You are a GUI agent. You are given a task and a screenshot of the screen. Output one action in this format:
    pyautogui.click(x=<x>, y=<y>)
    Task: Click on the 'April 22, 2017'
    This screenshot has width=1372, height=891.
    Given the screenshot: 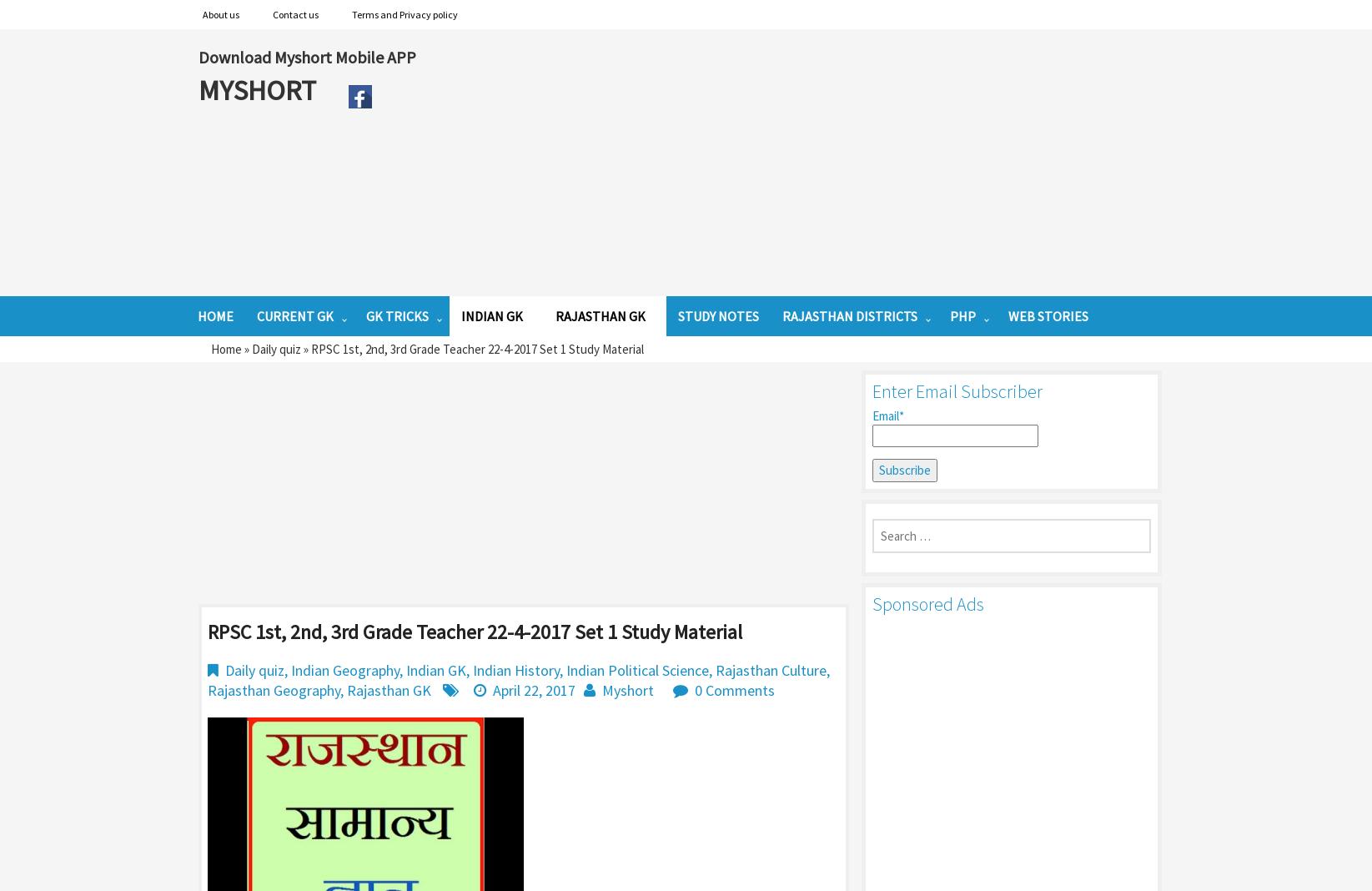 What is the action you would take?
    pyautogui.click(x=532, y=688)
    